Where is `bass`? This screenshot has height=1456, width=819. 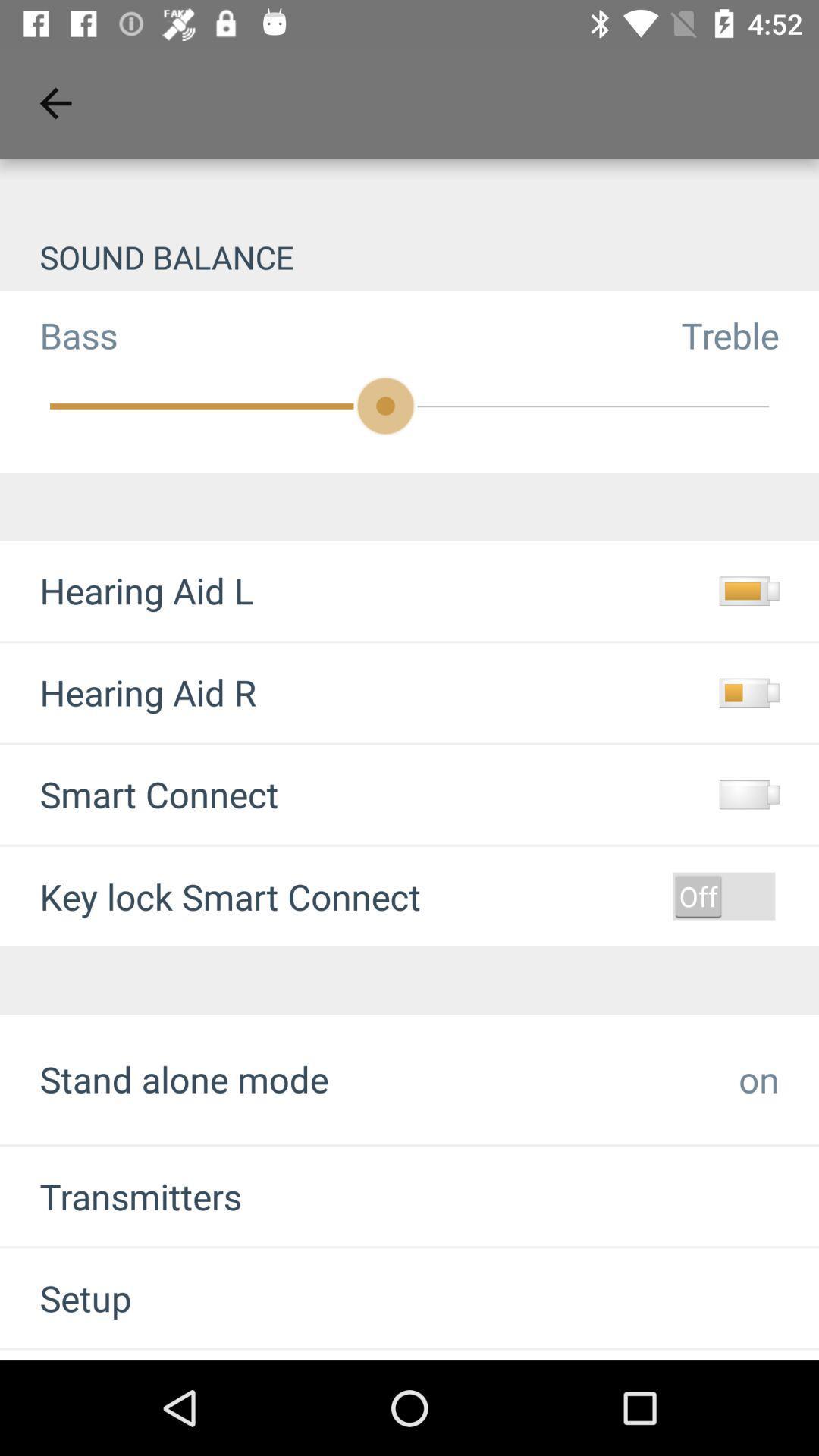 bass is located at coordinates (58, 334).